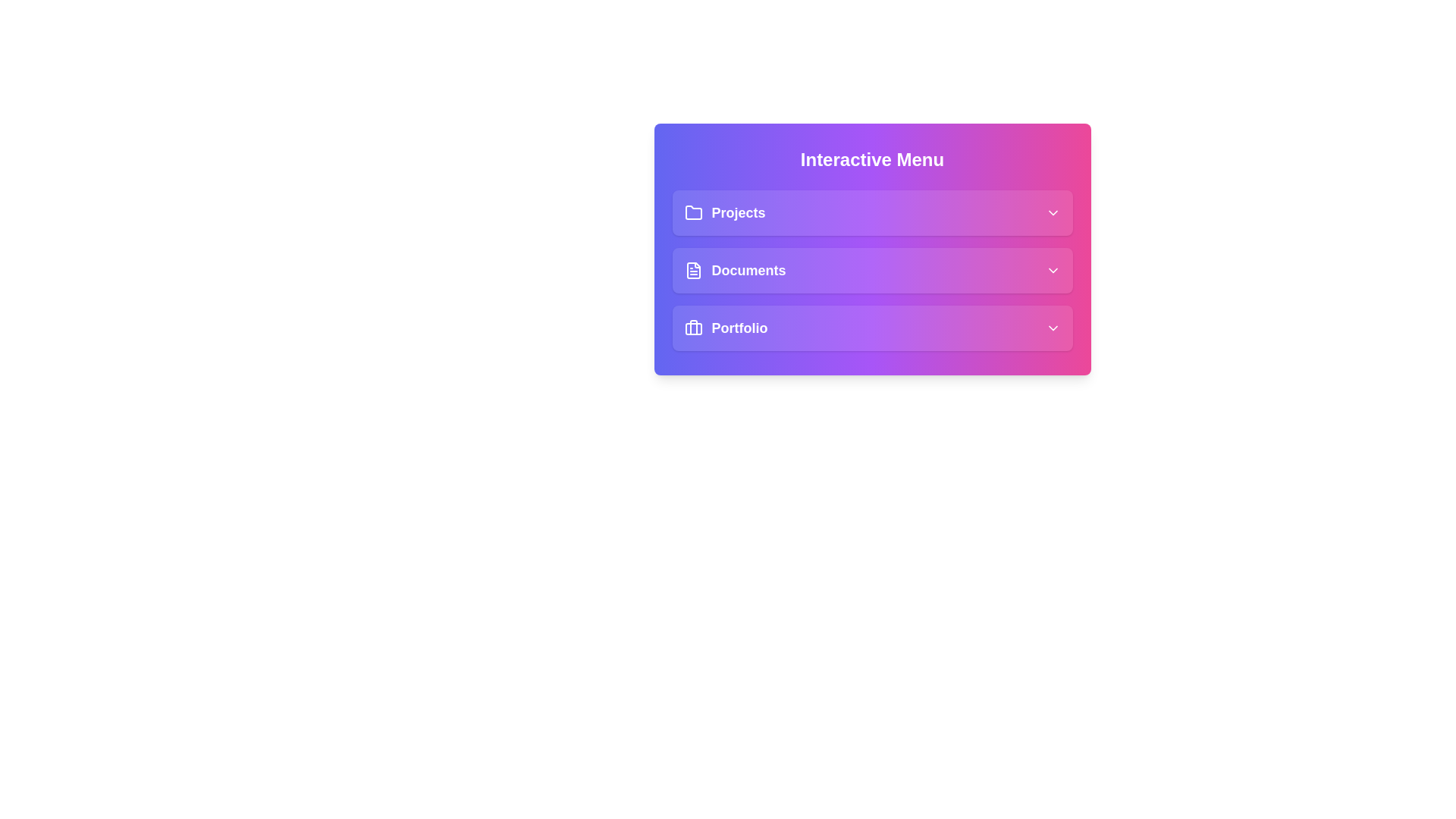 This screenshot has width=1456, height=819. Describe the element at coordinates (692, 212) in the screenshot. I see `the 'Projects' vector graphic icon, which is the first icon in a vertical list of three, located next to the text 'Projects'` at that location.